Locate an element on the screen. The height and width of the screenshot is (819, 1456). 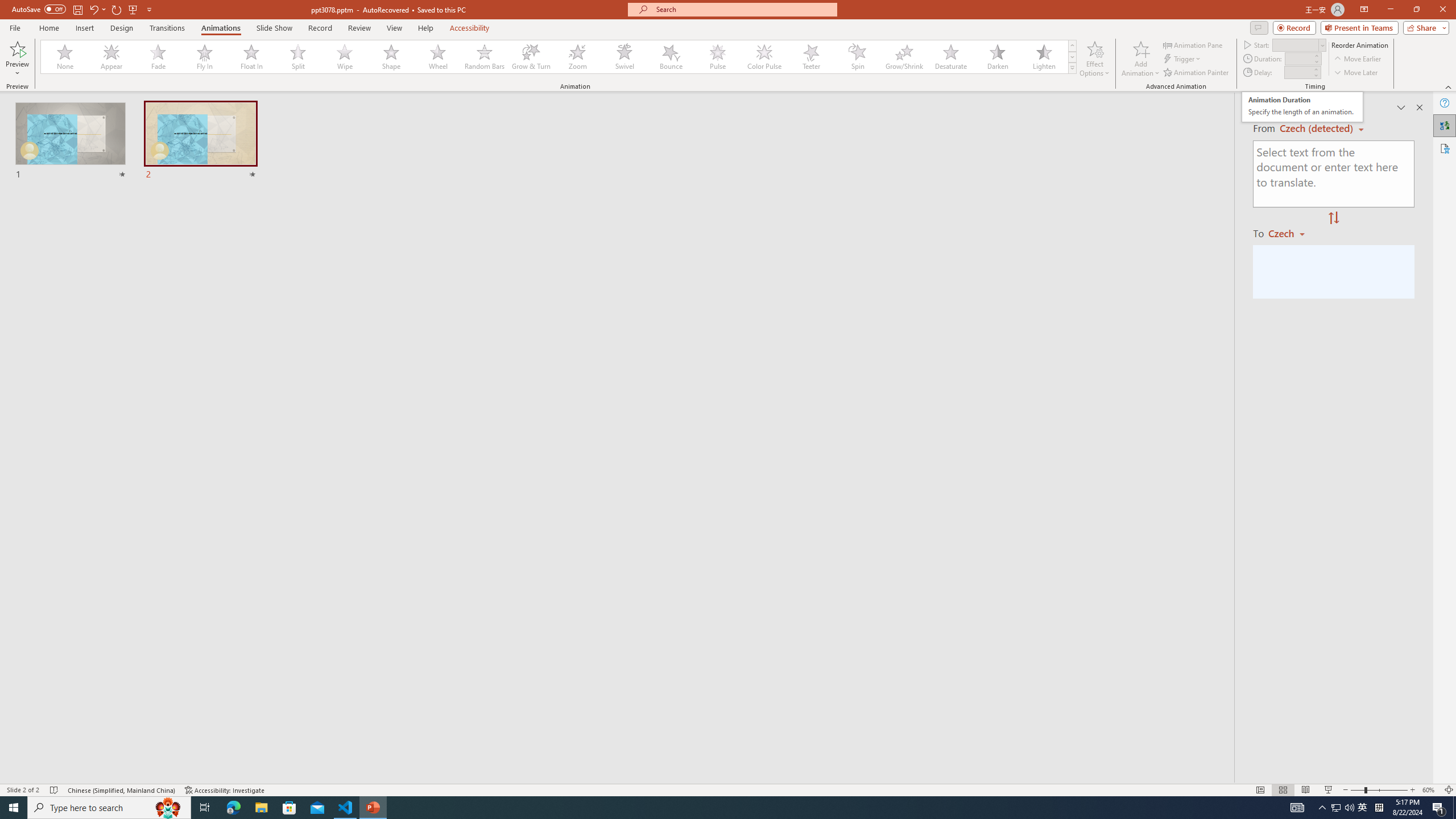
'Fly In' is located at coordinates (204, 56).